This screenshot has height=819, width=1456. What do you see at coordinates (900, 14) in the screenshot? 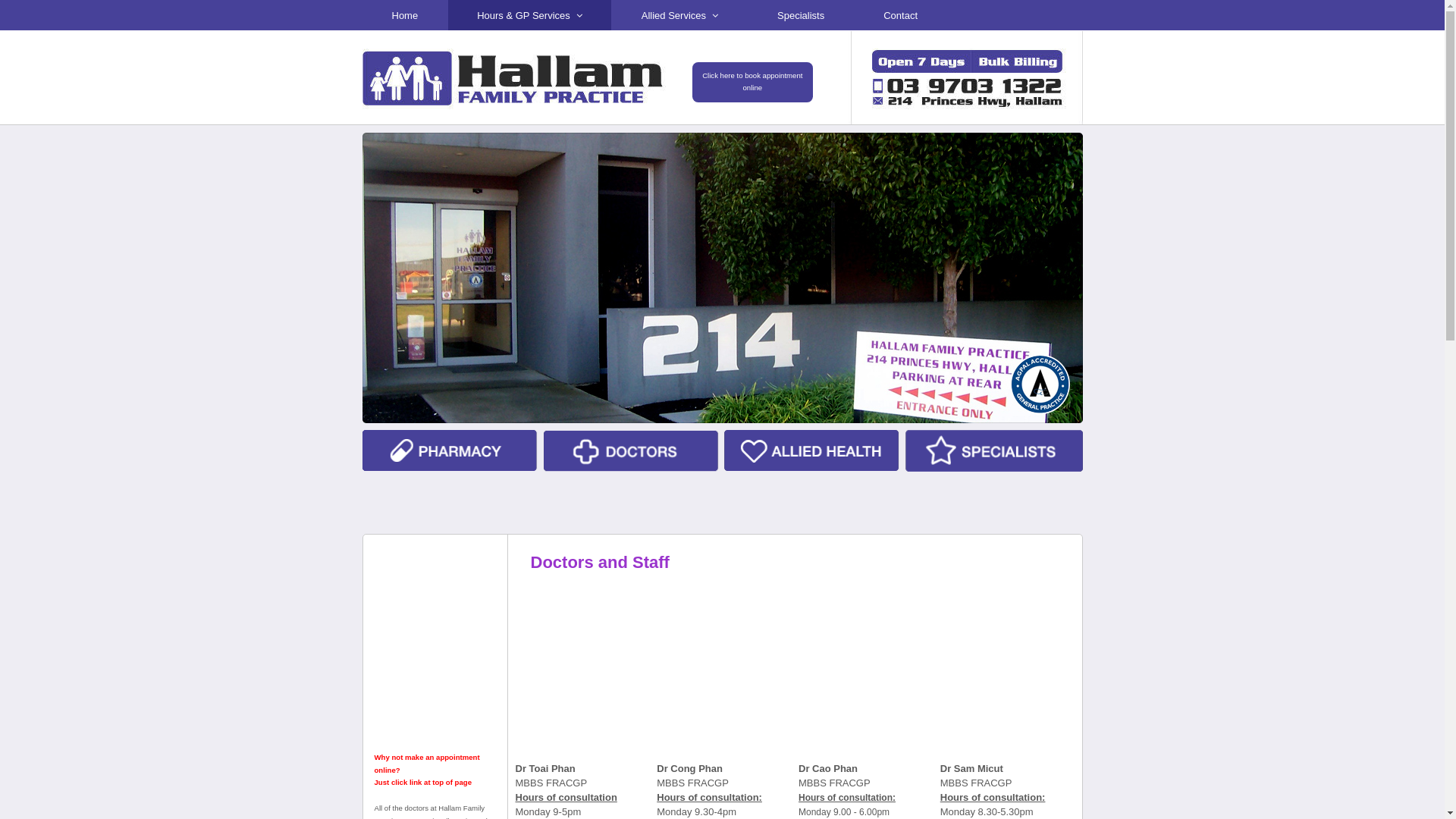
I see `'Contact'` at bounding box center [900, 14].